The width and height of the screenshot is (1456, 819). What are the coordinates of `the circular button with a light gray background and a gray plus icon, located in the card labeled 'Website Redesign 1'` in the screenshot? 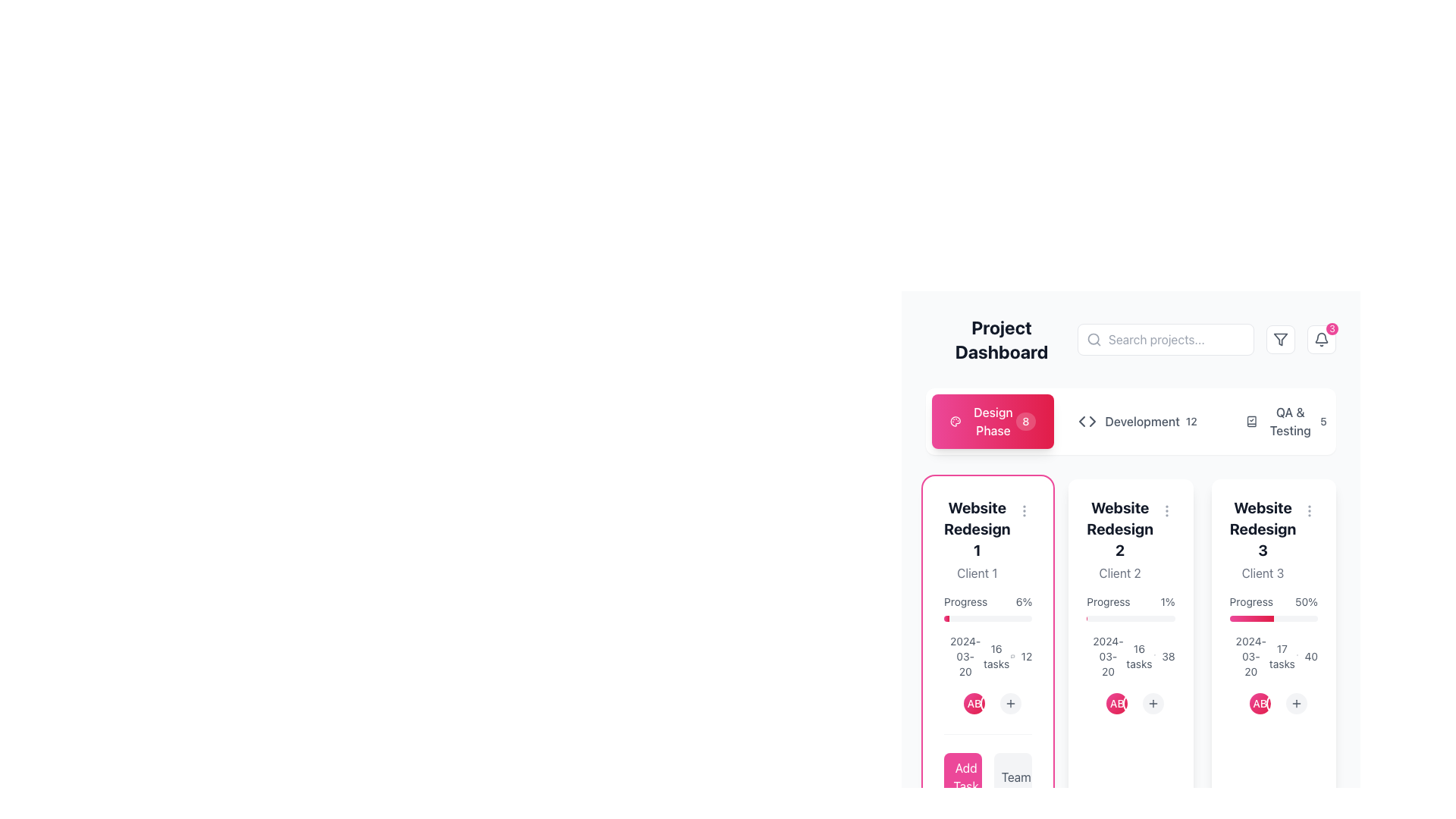 It's located at (1011, 704).